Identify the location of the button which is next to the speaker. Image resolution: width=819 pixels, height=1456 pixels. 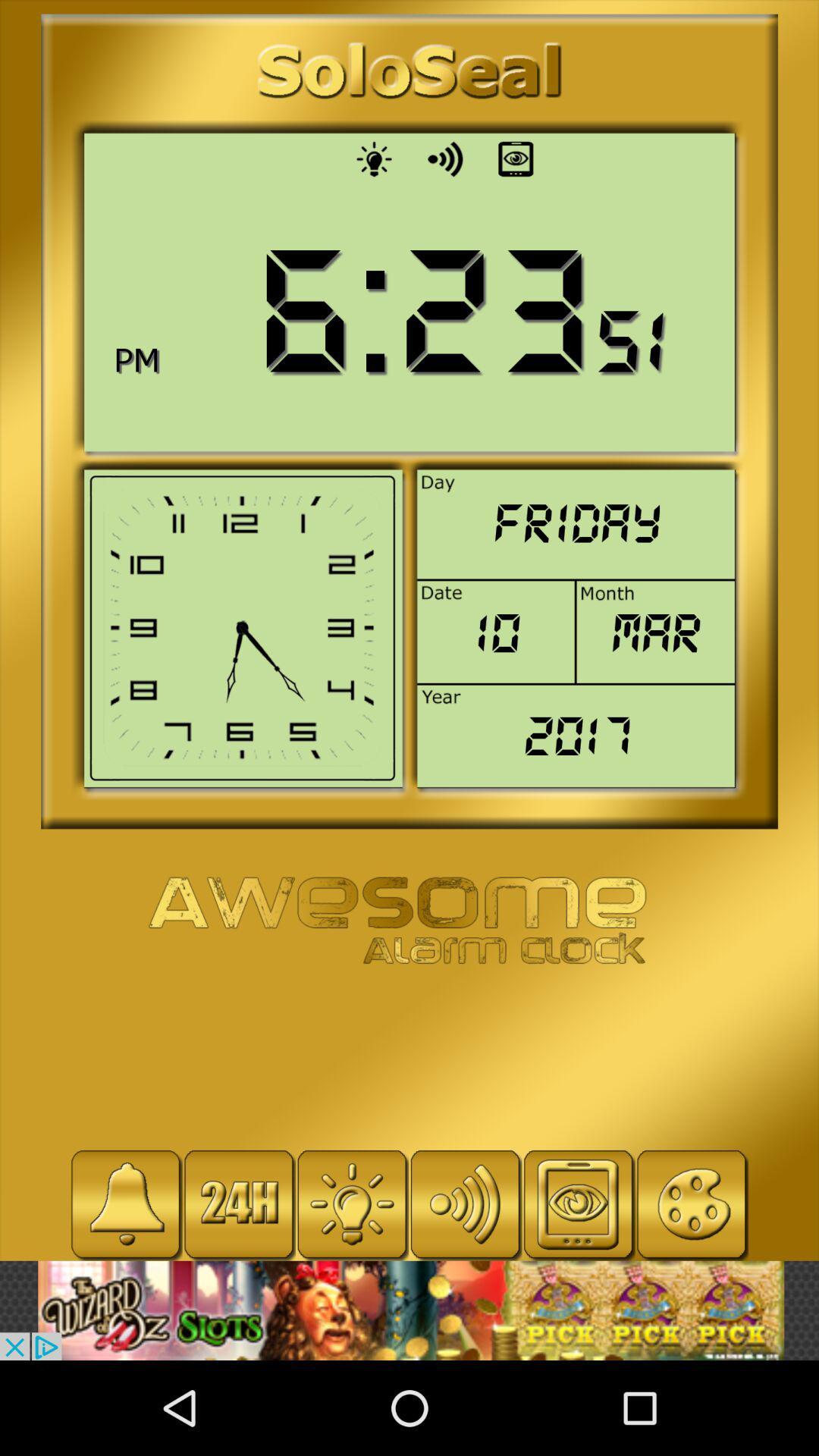
(516, 159).